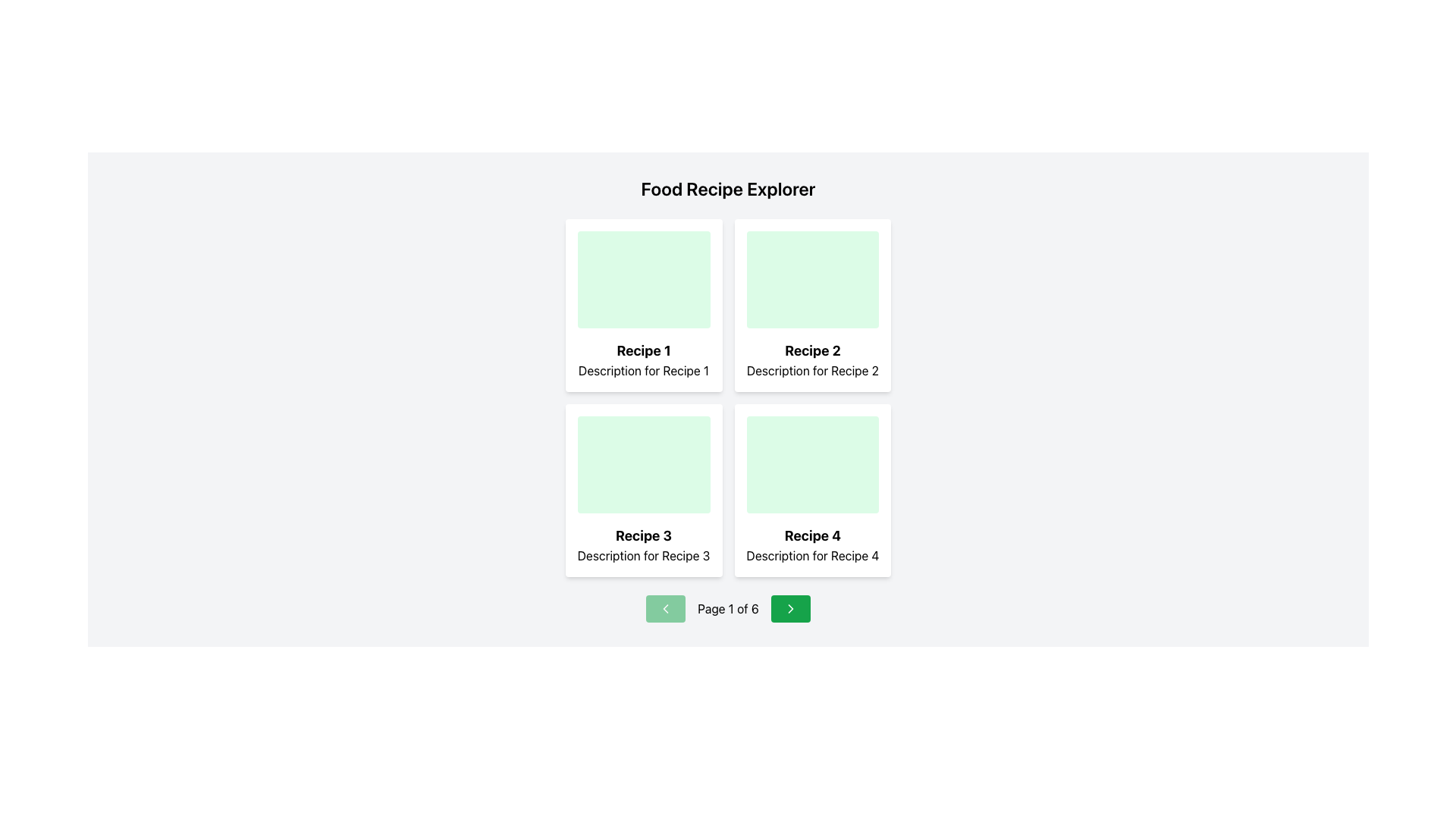  What do you see at coordinates (811, 350) in the screenshot?
I see `text 'Recipe 2' displayed as a heading in the top-right card of a 2x2 grid layout` at bounding box center [811, 350].